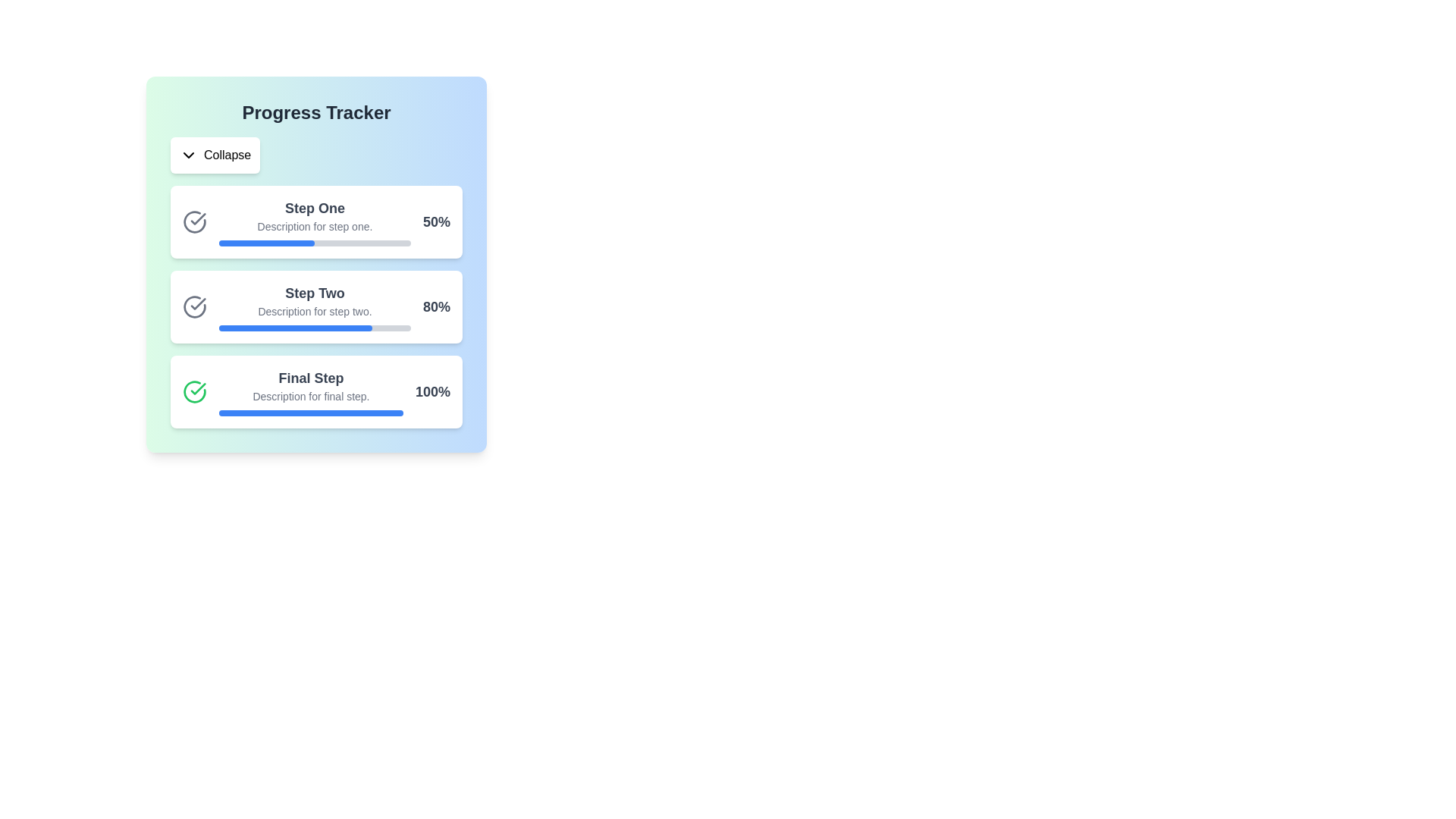  What do you see at coordinates (432, 391) in the screenshot?
I see `value of the Text label displaying '100%' in bold styling, located at the right end of the 'Final Step' box under the progress tracker` at bounding box center [432, 391].